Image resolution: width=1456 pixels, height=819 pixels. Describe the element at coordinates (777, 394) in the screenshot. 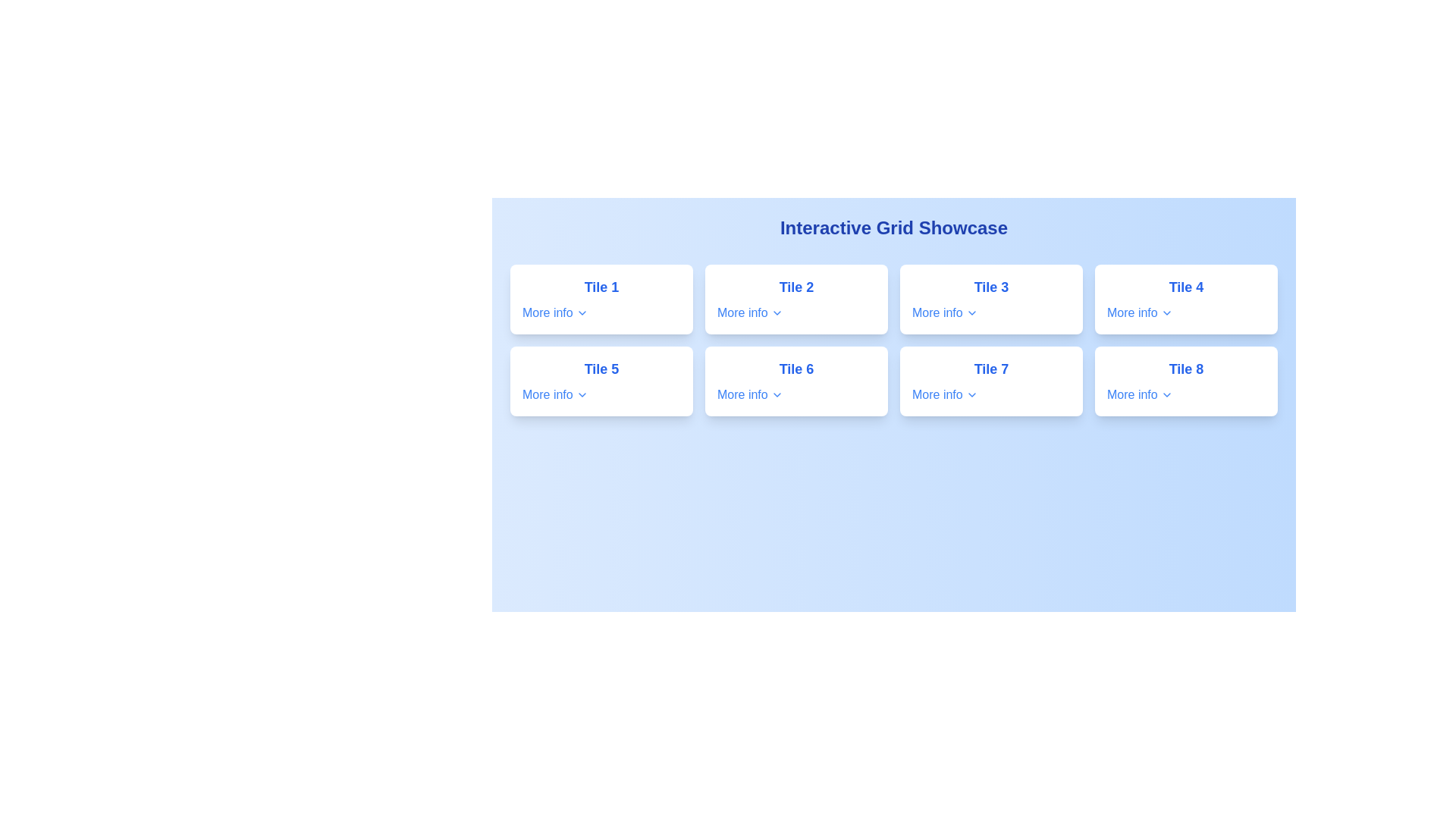

I see `the downward-facing chevron icon located in the bottom-right section of the card labeled 'Tile 6', which is positioned adjacent to the 'More info' text label` at that location.